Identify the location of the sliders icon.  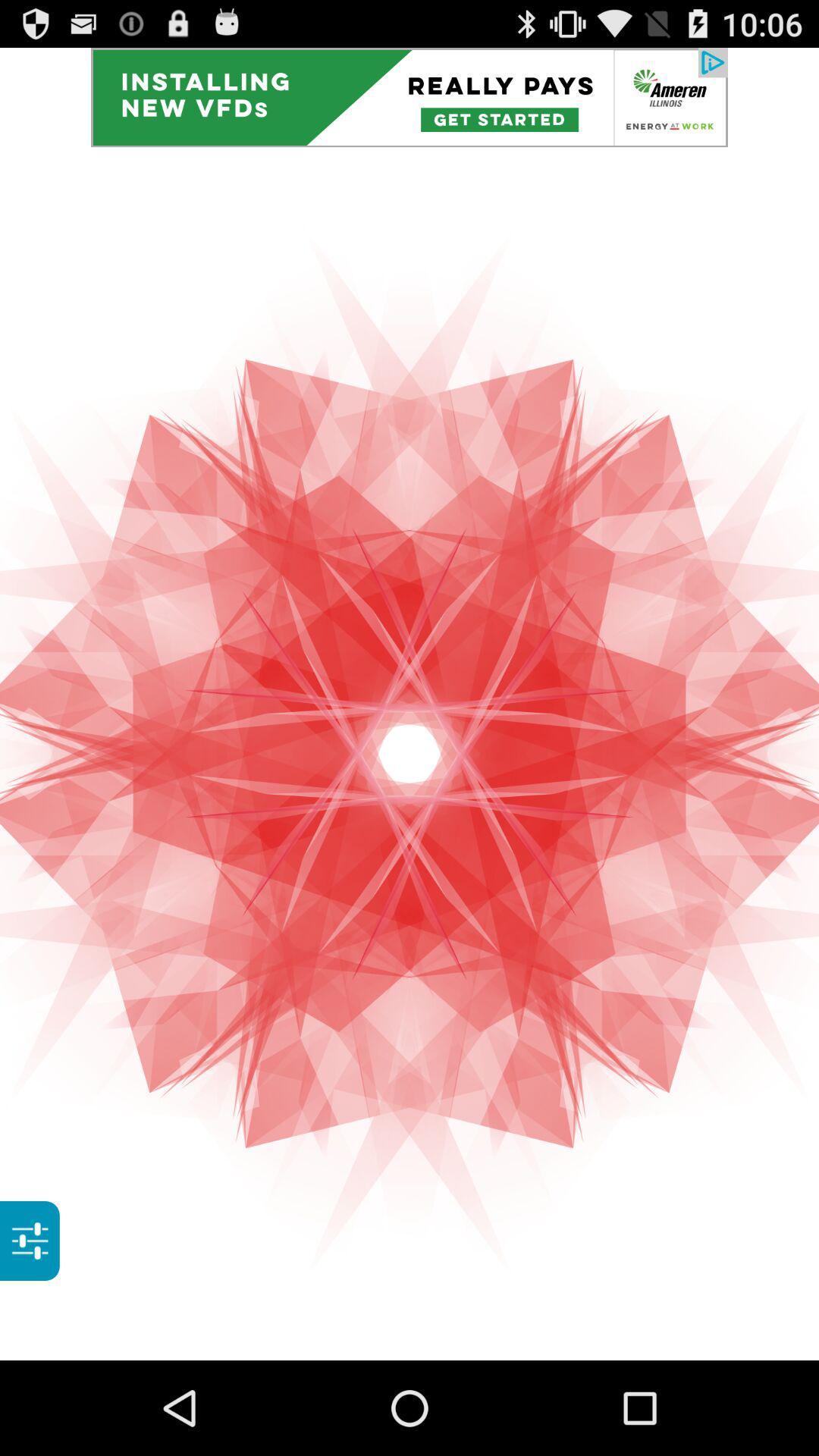
(30, 1327).